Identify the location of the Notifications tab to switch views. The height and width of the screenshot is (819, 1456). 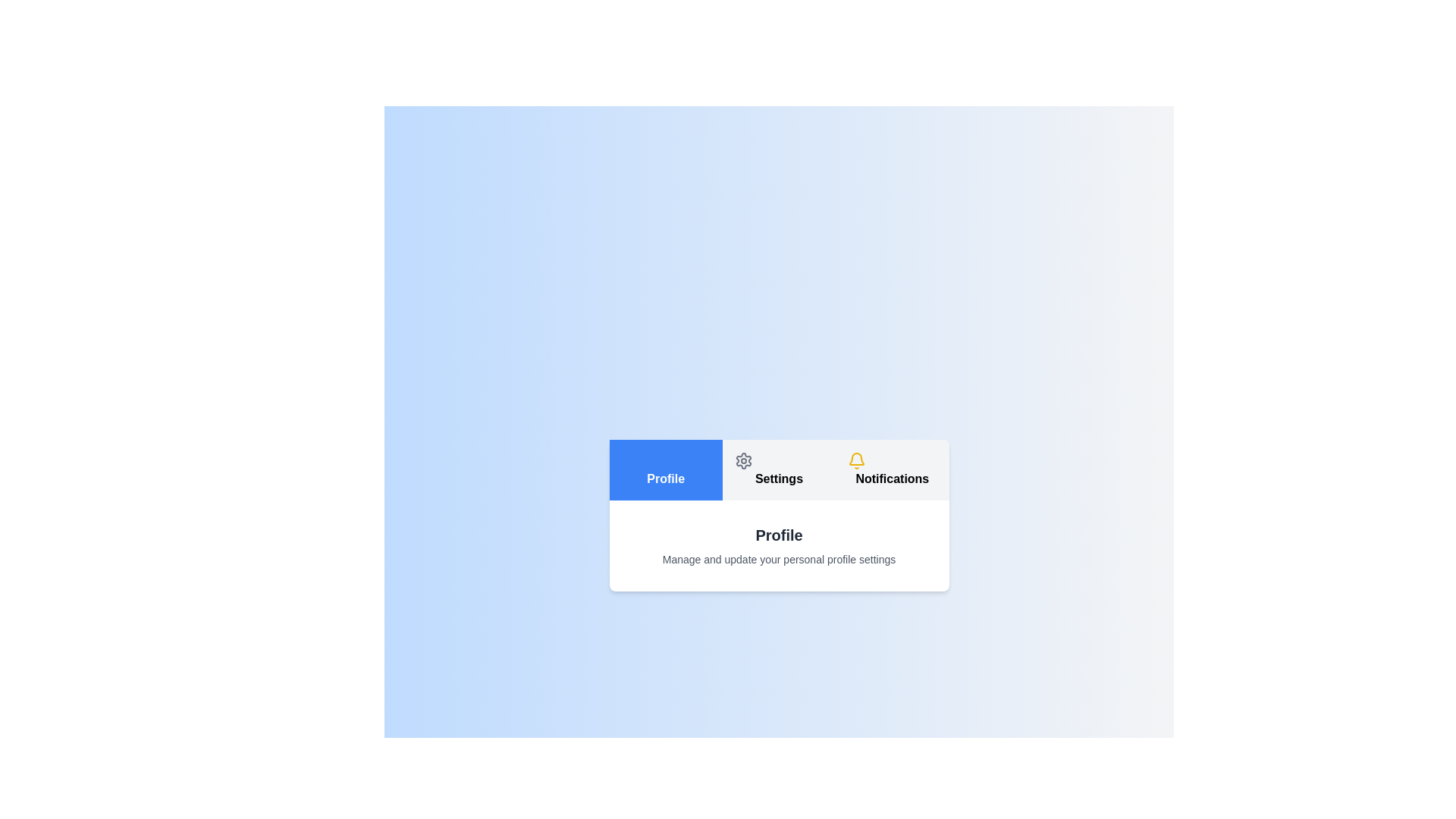
(892, 469).